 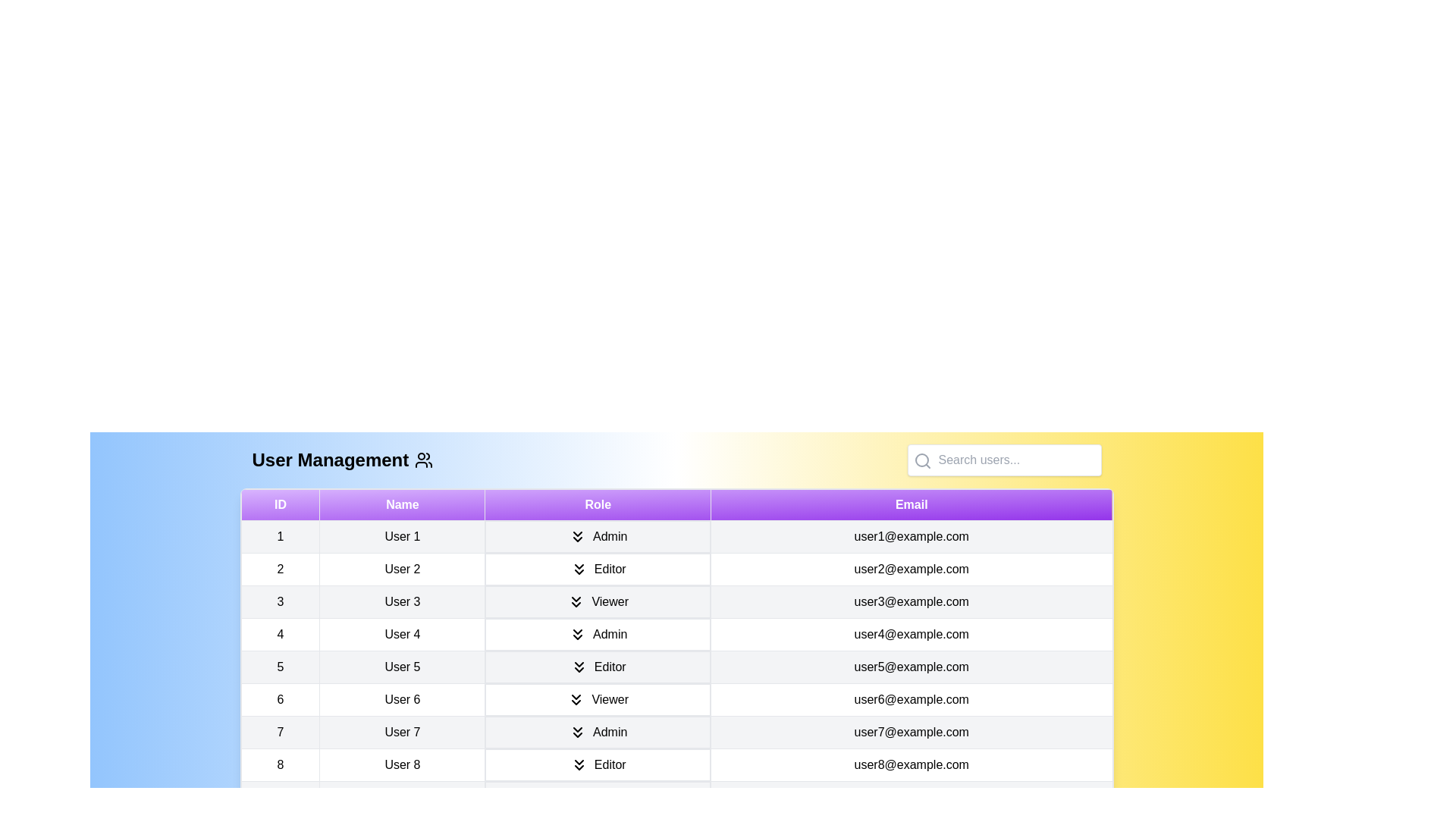 What do you see at coordinates (402, 505) in the screenshot?
I see `the column header Name to interact with it` at bounding box center [402, 505].